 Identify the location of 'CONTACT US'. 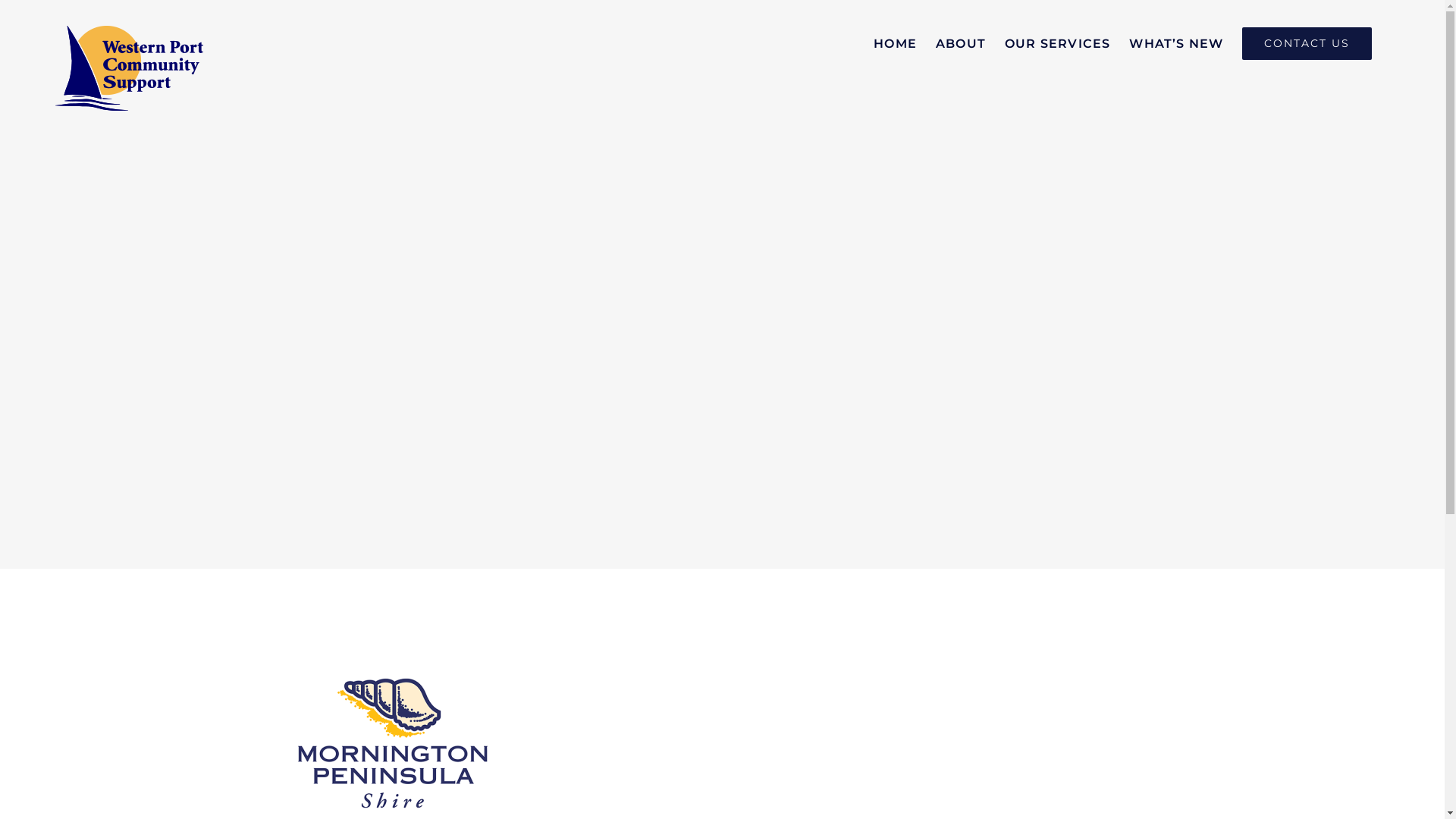
(1306, 42).